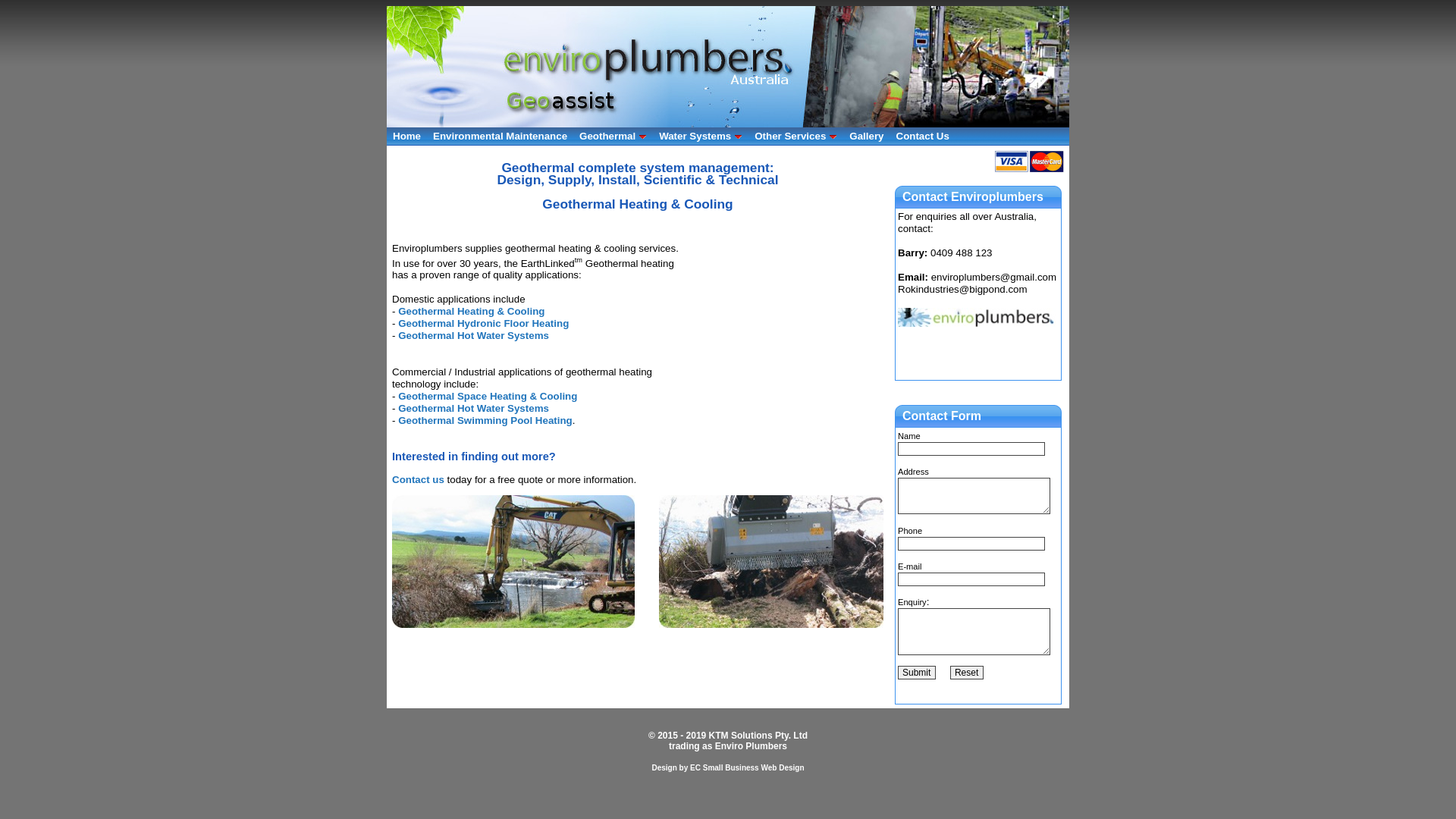  What do you see at coordinates (500, 135) in the screenshot?
I see `'Environmental Maintenance'` at bounding box center [500, 135].